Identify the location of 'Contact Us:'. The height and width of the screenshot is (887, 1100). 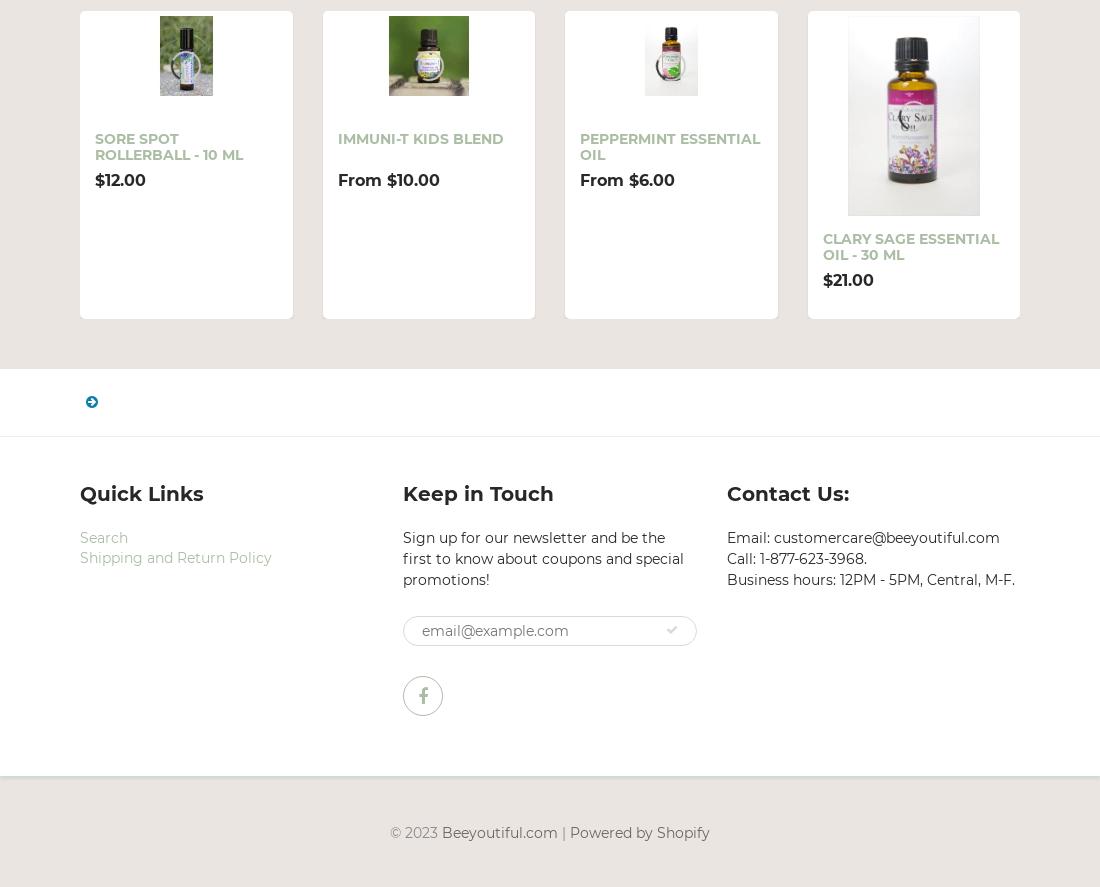
(787, 491).